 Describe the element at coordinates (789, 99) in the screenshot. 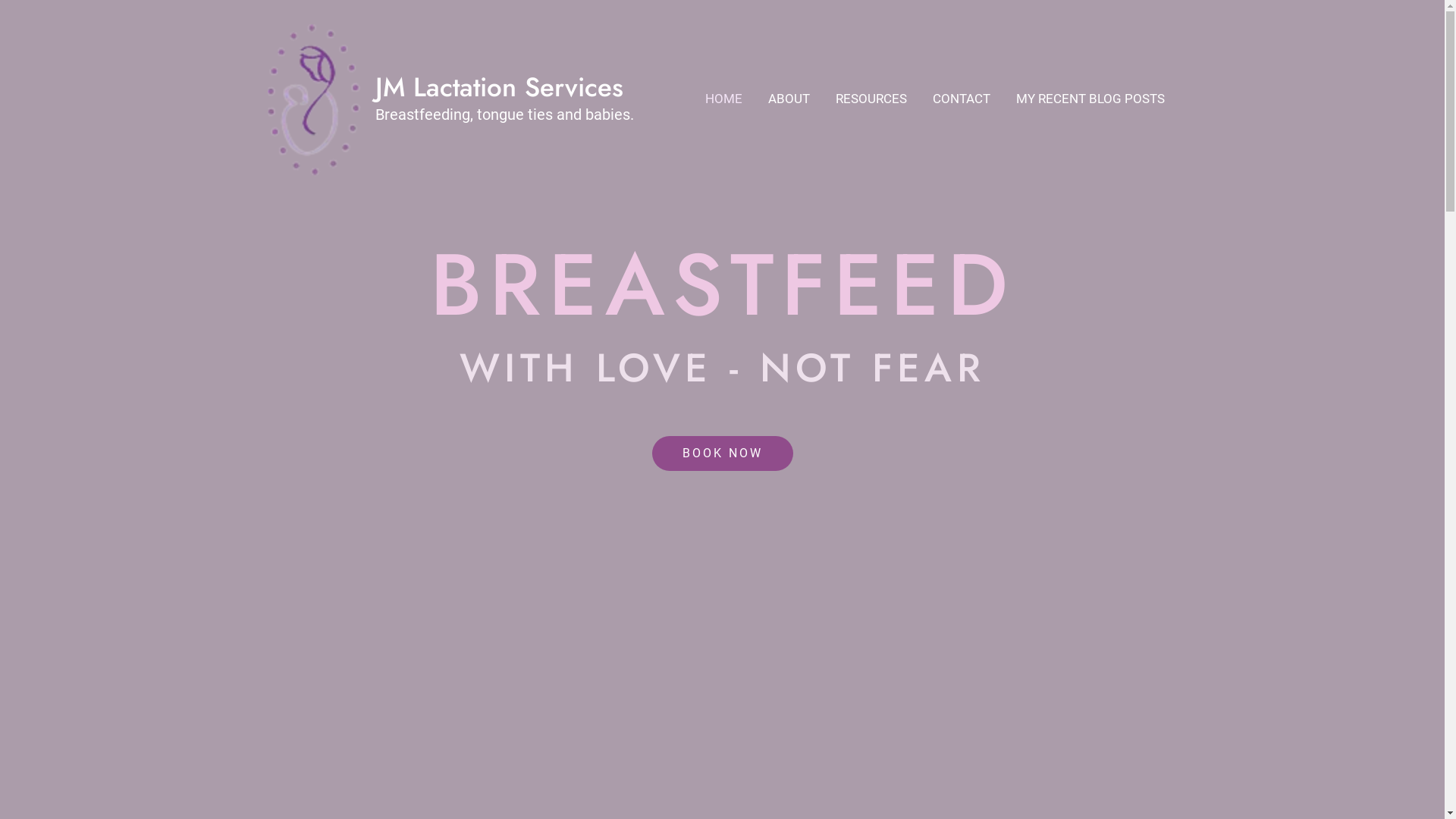

I see `'ABOUT'` at that location.